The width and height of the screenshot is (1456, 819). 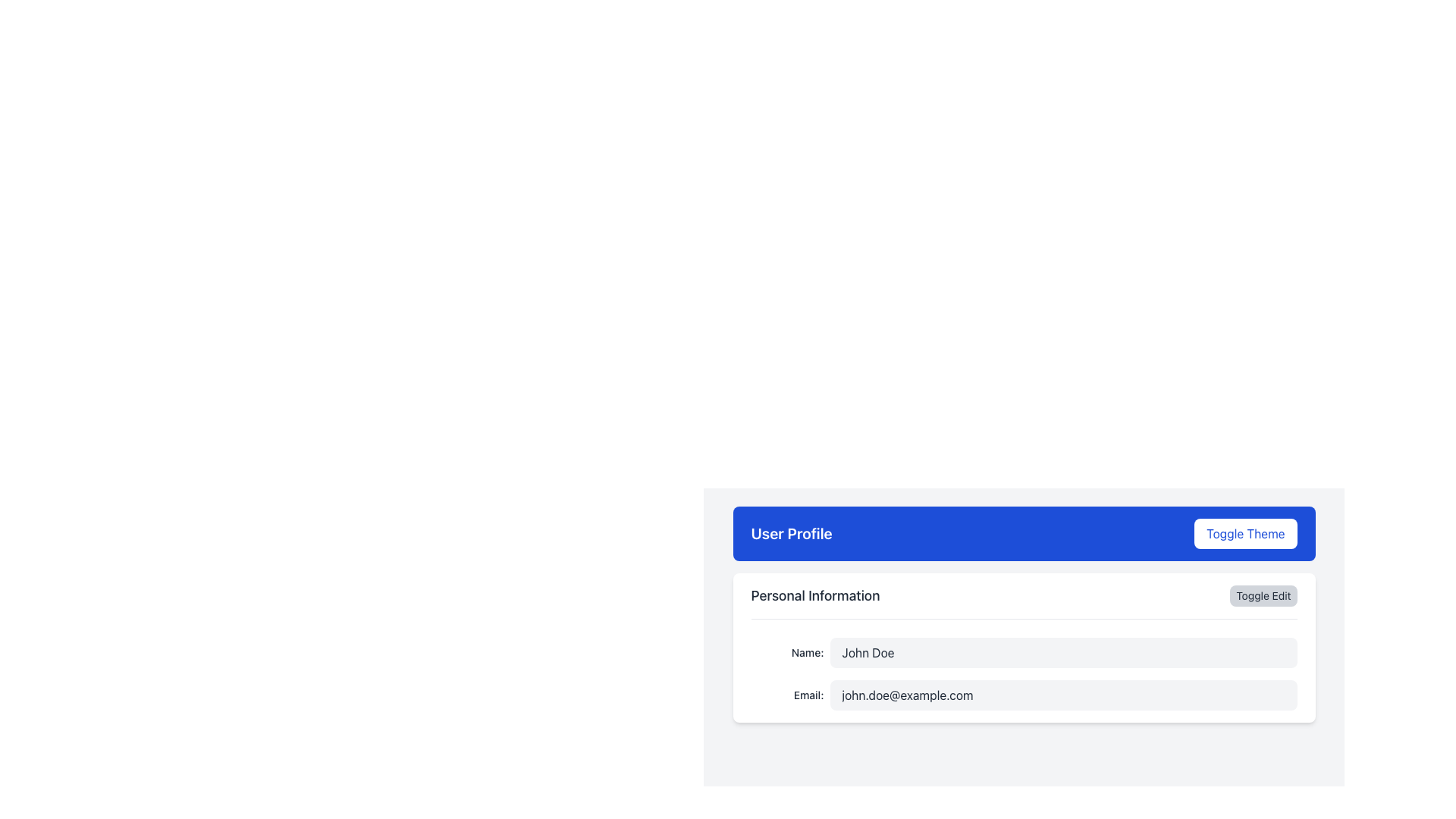 What do you see at coordinates (1245, 533) in the screenshot?
I see `the theme toggle button located in the top-right corner of the blue banner containing 'User Profile'` at bounding box center [1245, 533].